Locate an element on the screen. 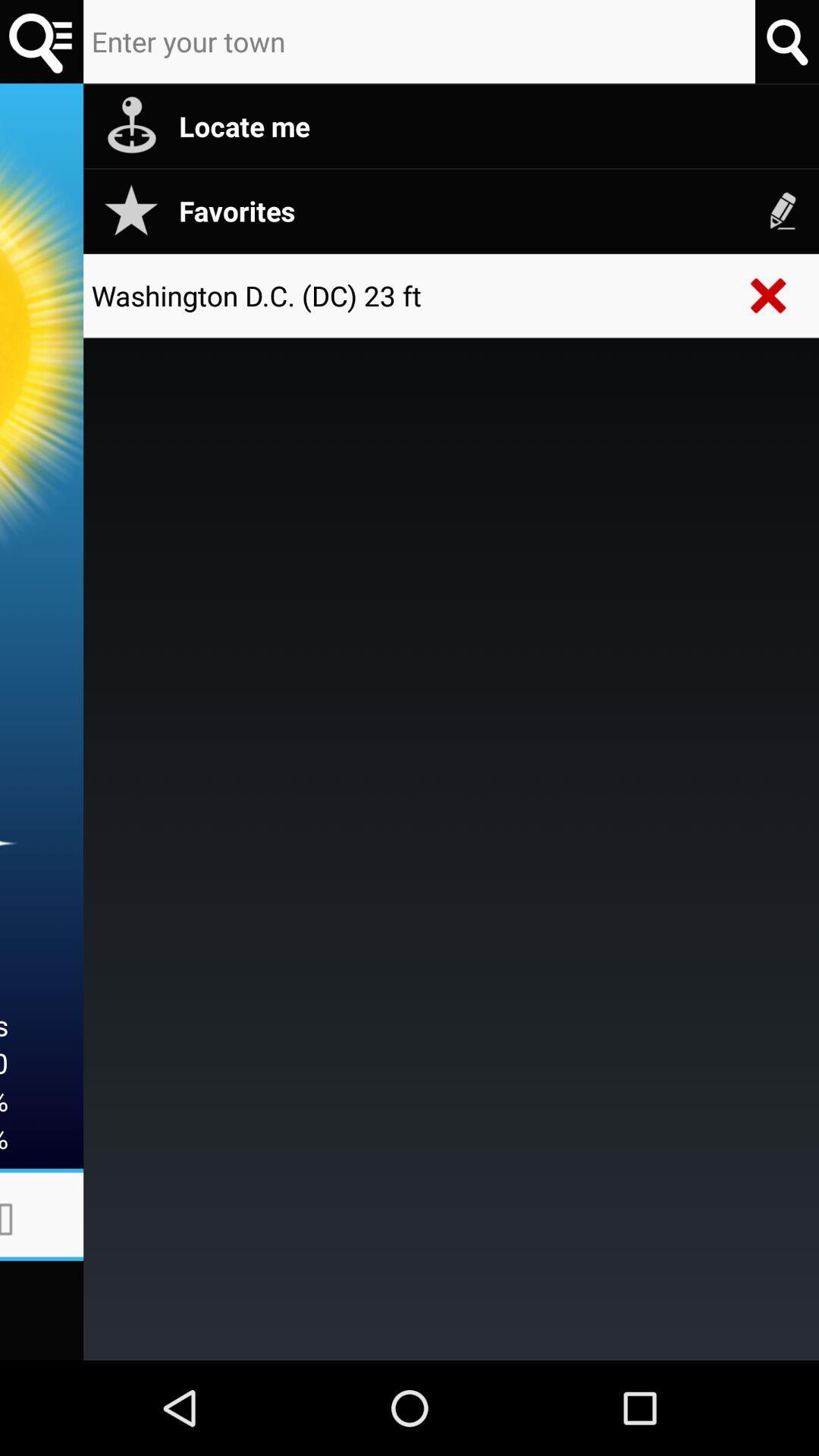 This screenshot has height=1456, width=819. searching box option is located at coordinates (419, 42).